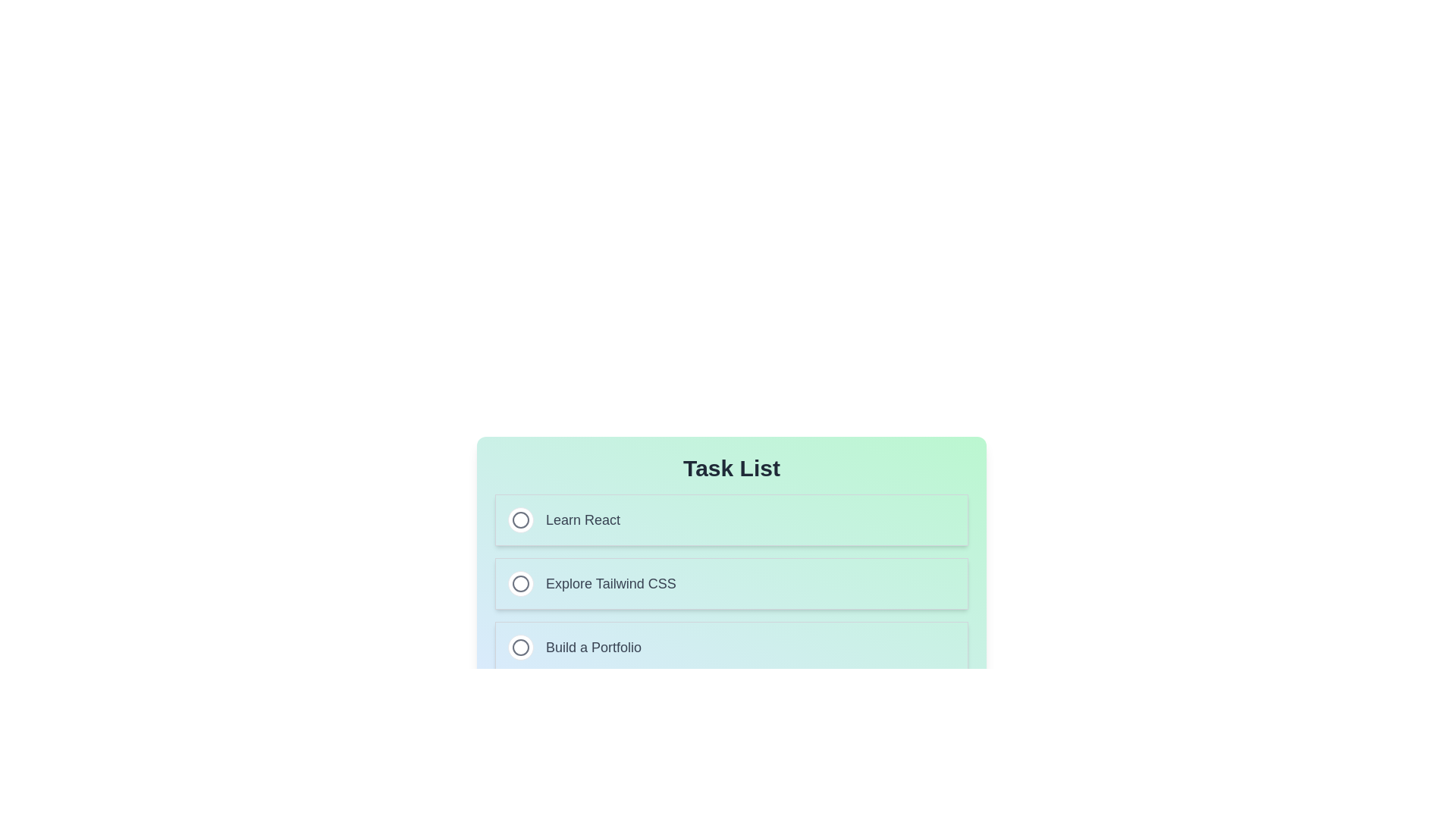  I want to click on the circular indicator icon that serves as a visual marker for the 'Build a Portfolio' item in the 'Task List.', so click(520, 647).